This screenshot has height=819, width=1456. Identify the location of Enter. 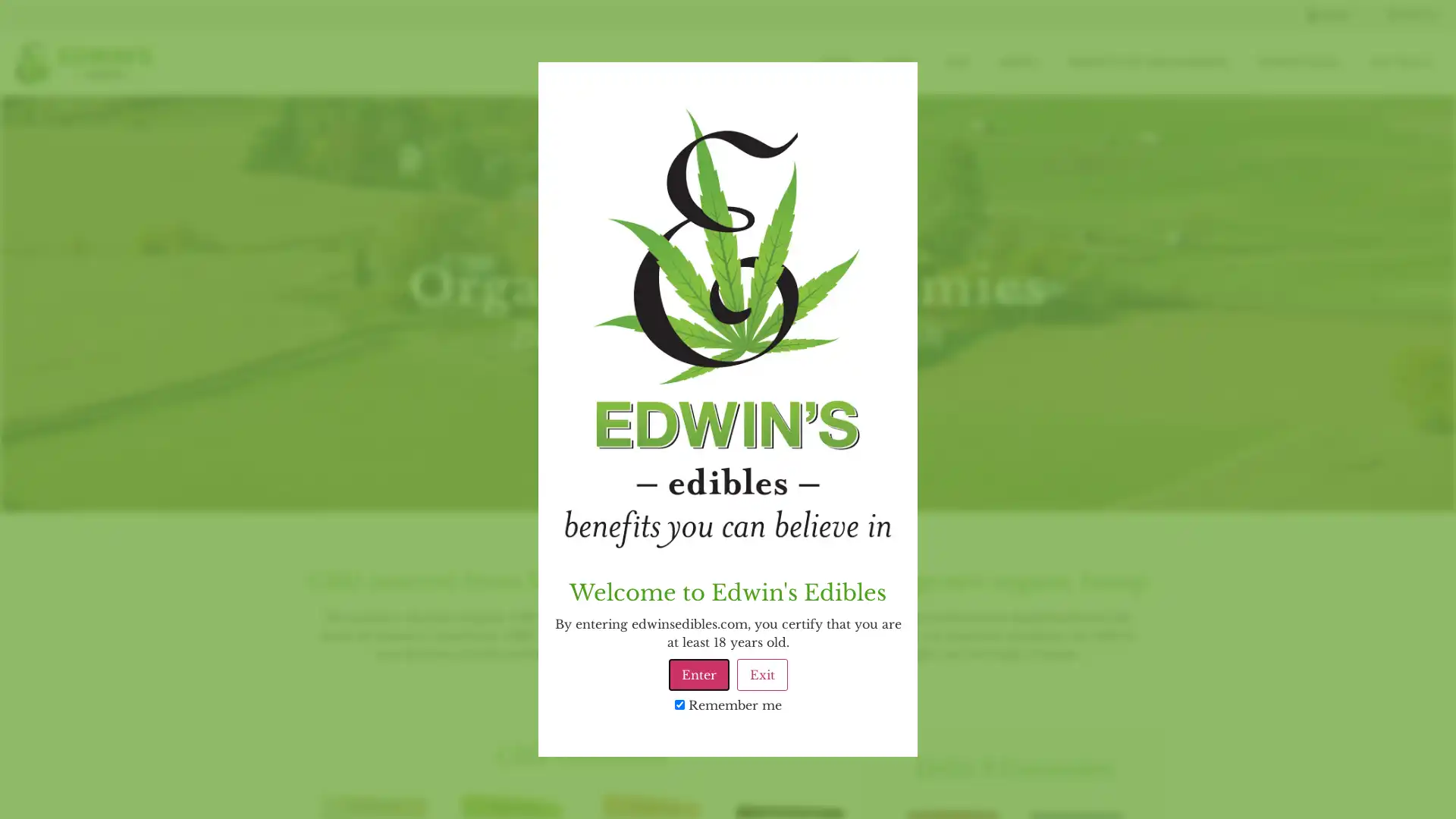
(698, 674).